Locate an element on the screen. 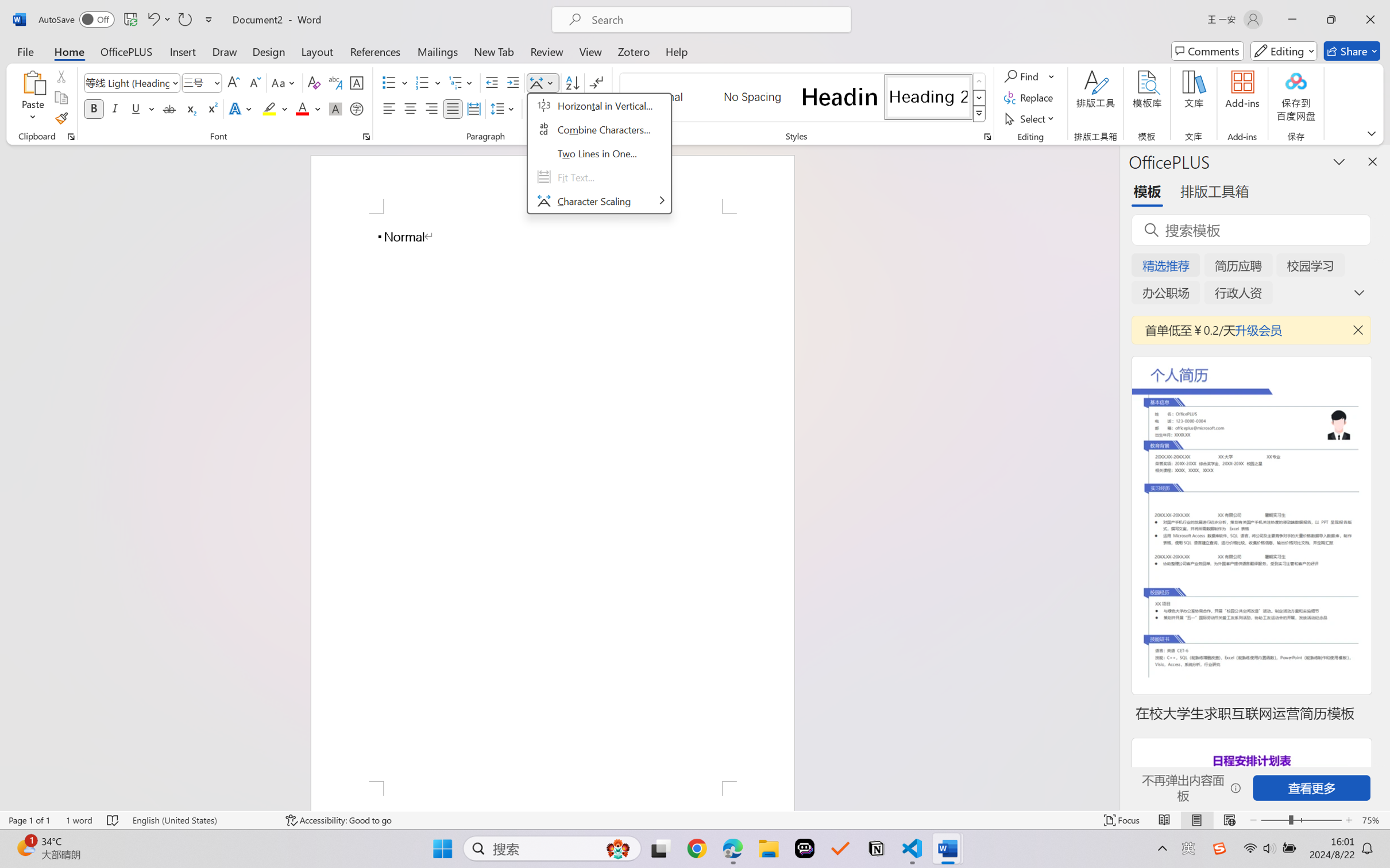 The height and width of the screenshot is (868, 1390). 'References' is located at coordinates (375, 51).